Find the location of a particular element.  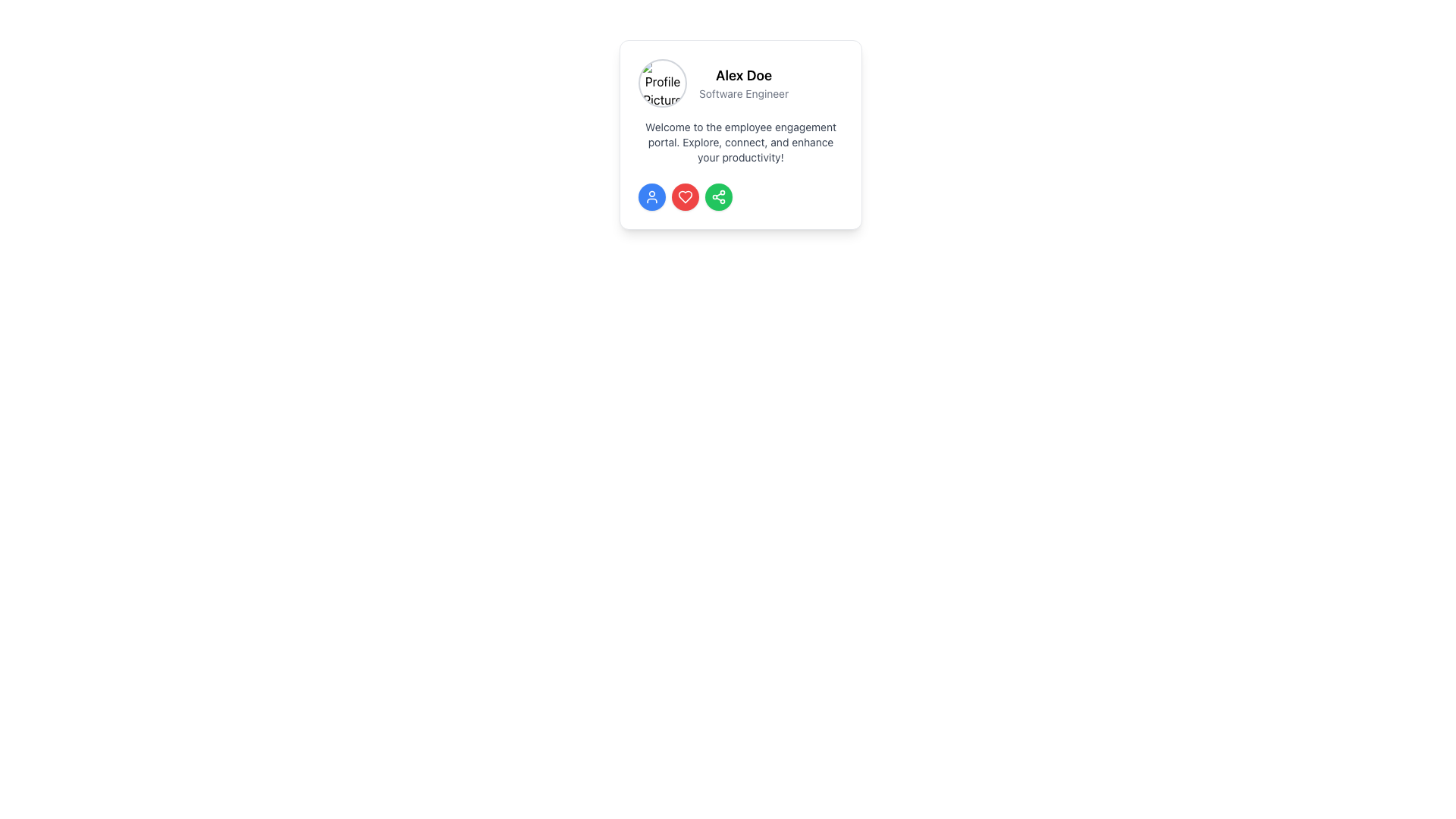

the 'Share' button, which is the fourth button in a row at the bottom of the profile card, located between the red heart button and another button is located at coordinates (718, 196).